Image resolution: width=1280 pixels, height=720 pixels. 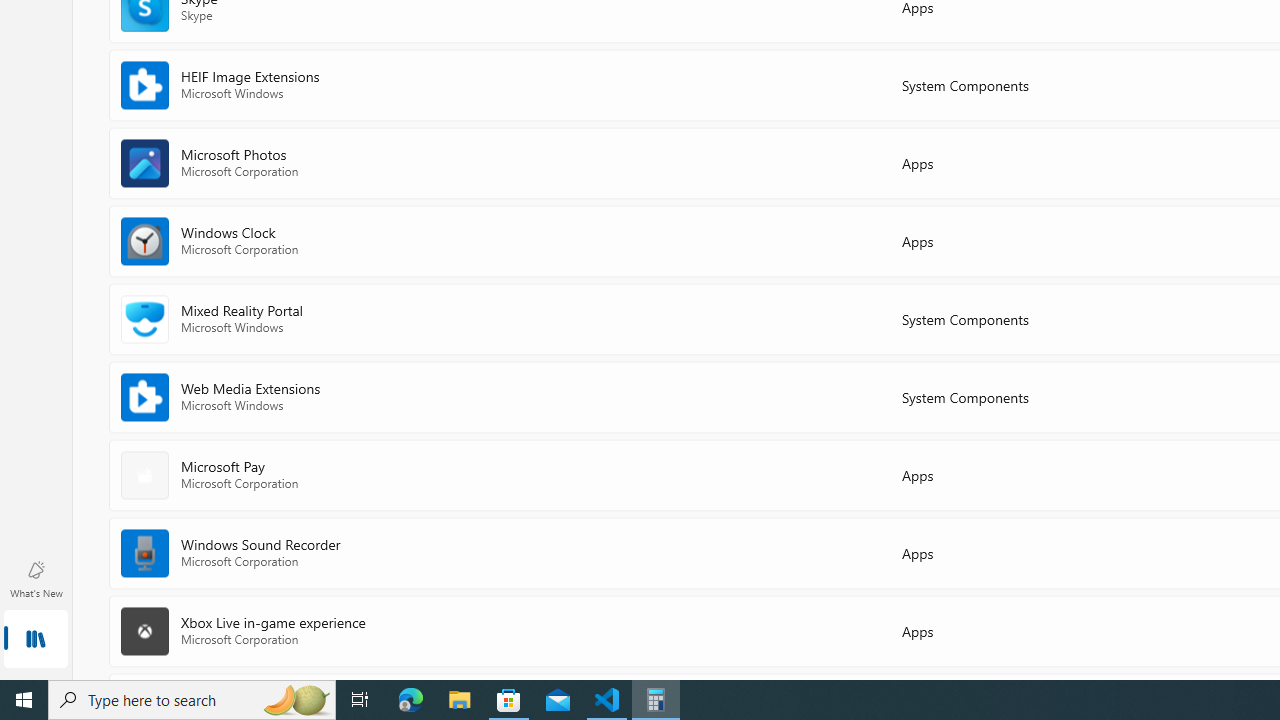 I want to click on 'Start', so click(x=24, y=698).